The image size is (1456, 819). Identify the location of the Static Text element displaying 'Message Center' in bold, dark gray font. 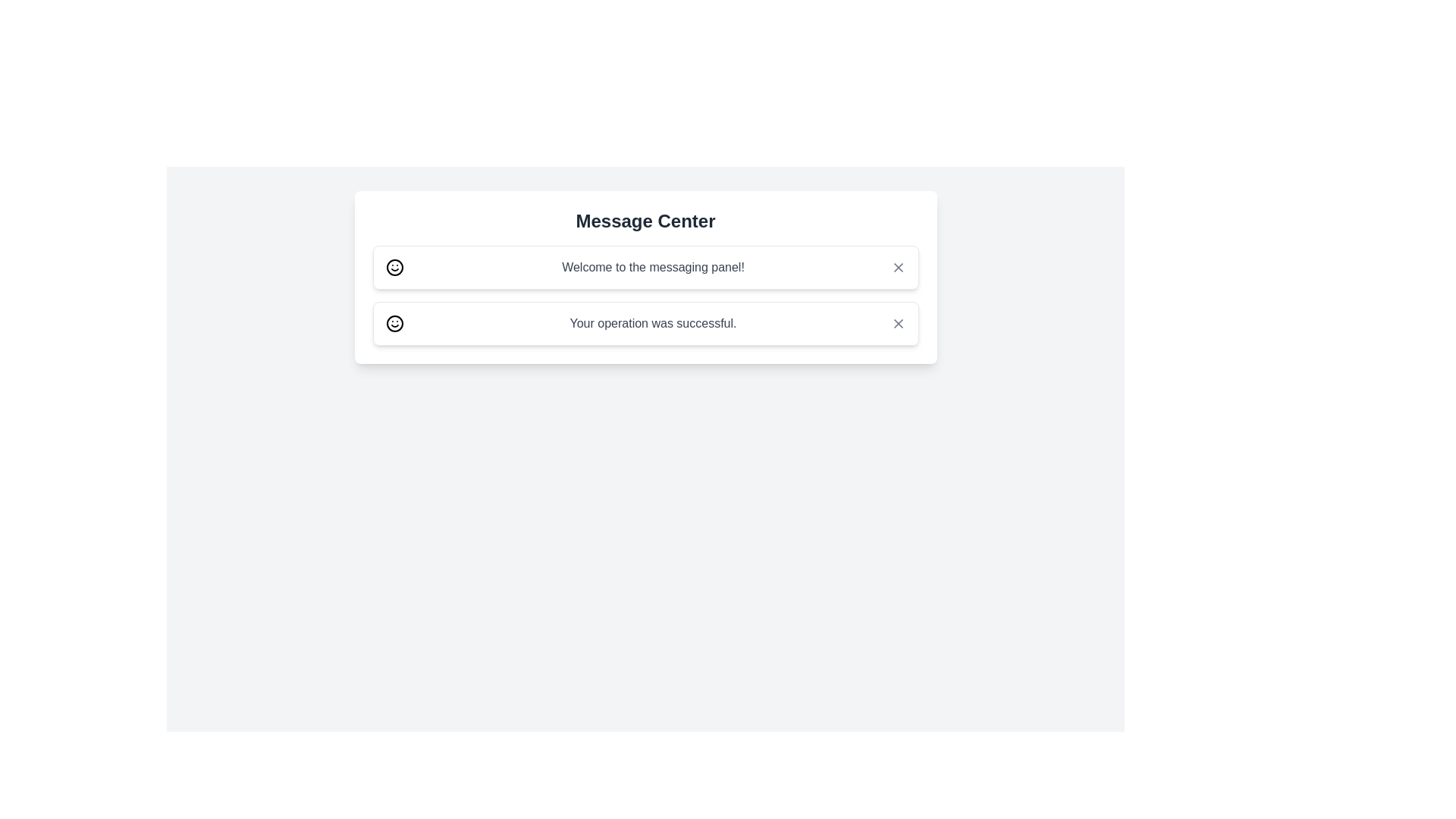
(645, 221).